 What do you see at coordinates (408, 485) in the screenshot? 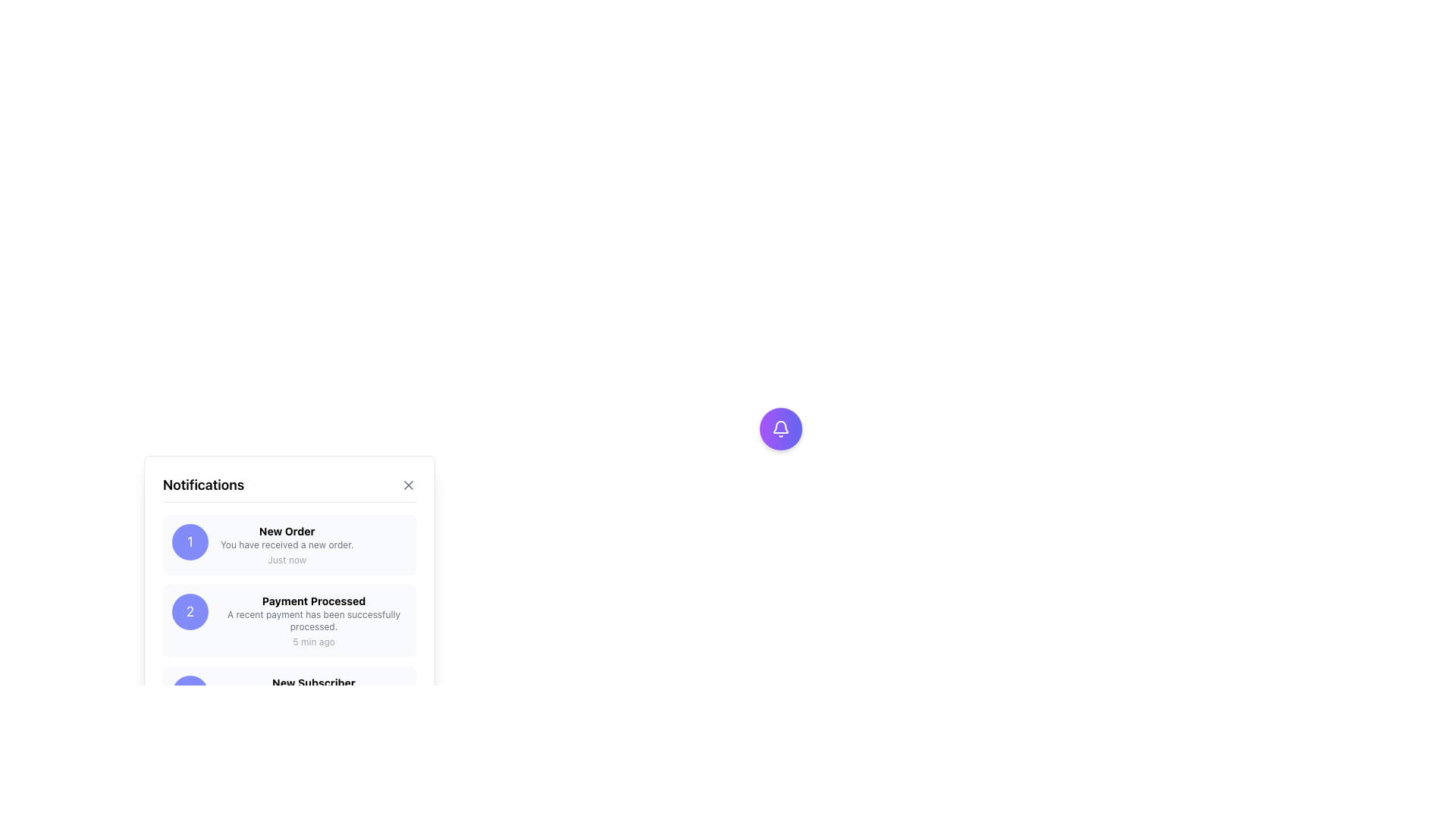
I see `the cross icon (X) in the top-right corner of the notifications panel` at bounding box center [408, 485].